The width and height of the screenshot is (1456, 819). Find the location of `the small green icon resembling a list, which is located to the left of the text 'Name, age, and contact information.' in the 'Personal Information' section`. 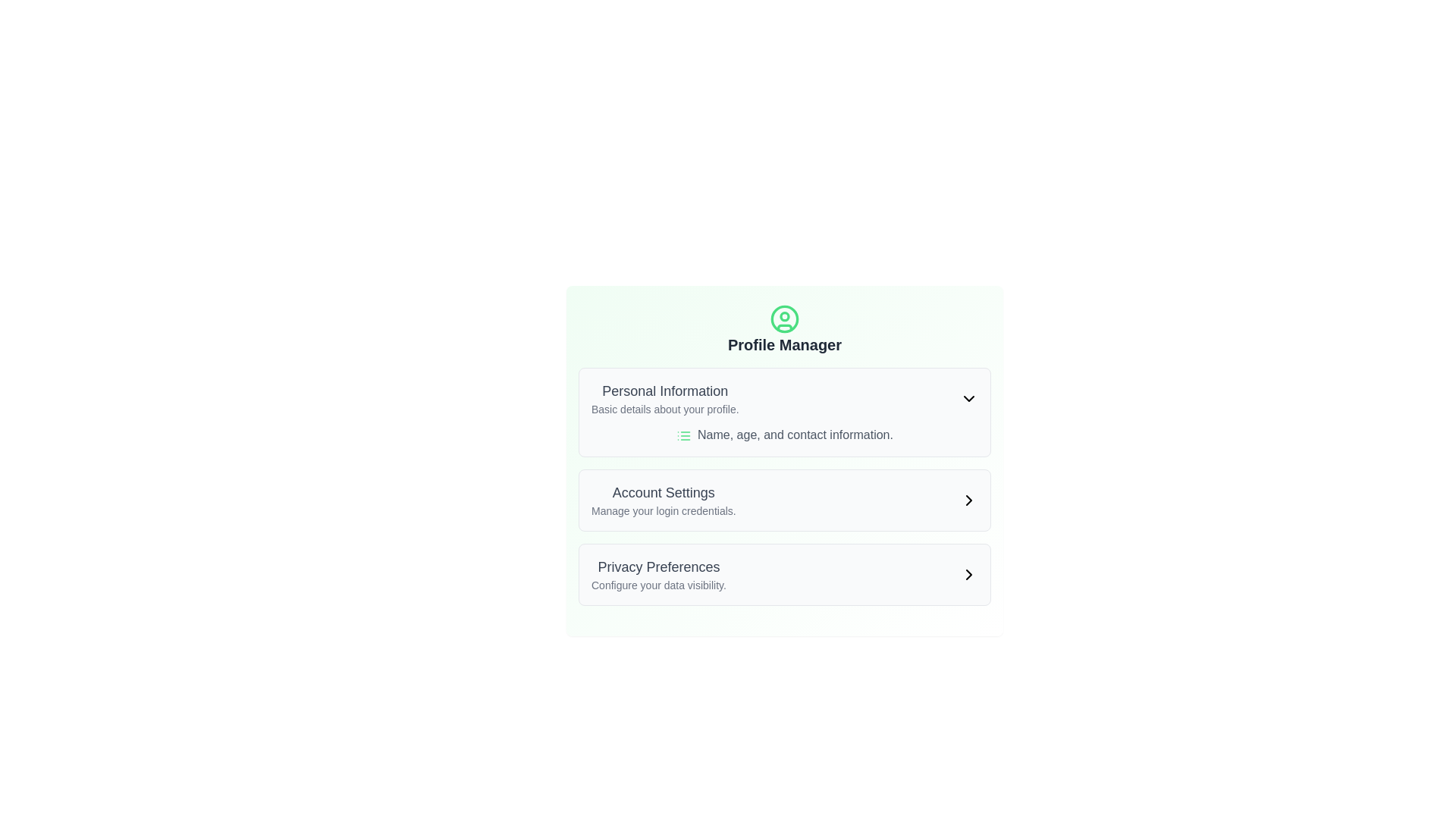

the small green icon resembling a list, which is located to the left of the text 'Name, age, and contact information.' in the 'Personal Information' section is located at coordinates (683, 435).